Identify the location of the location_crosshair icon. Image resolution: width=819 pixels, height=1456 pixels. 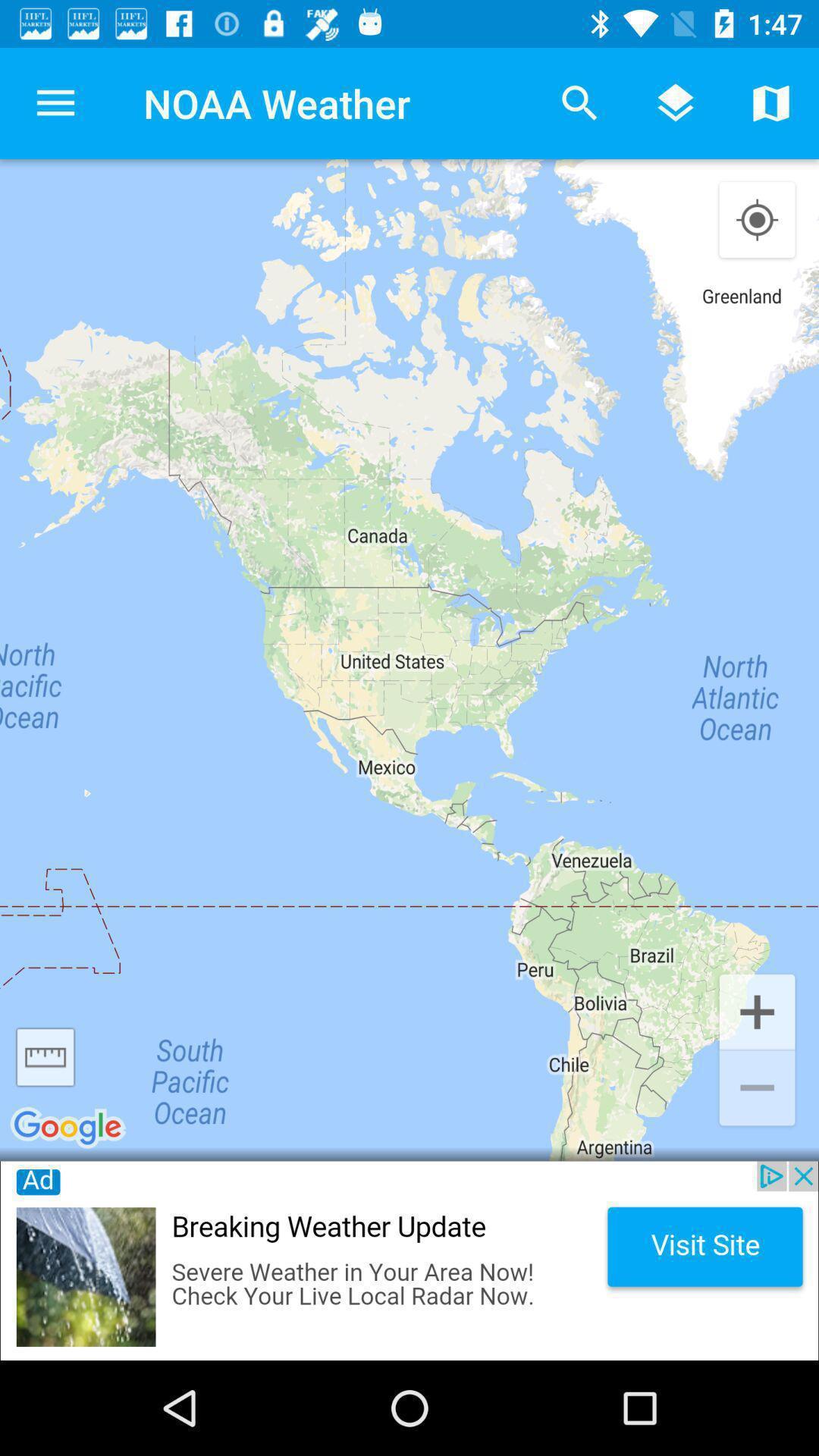
(757, 220).